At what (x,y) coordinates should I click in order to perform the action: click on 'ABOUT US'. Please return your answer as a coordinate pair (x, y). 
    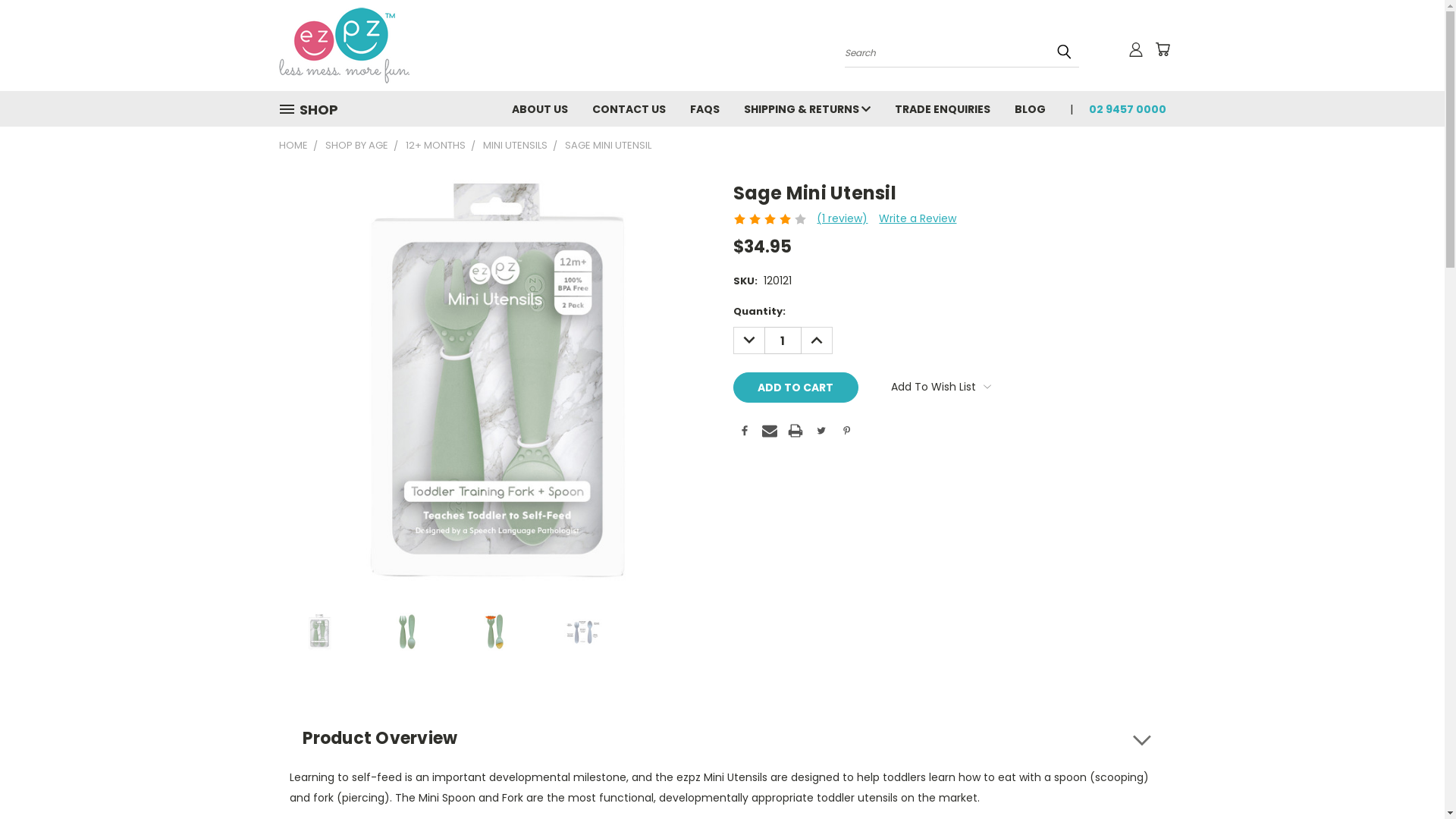
    Looking at the image, I should click on (538, 107).